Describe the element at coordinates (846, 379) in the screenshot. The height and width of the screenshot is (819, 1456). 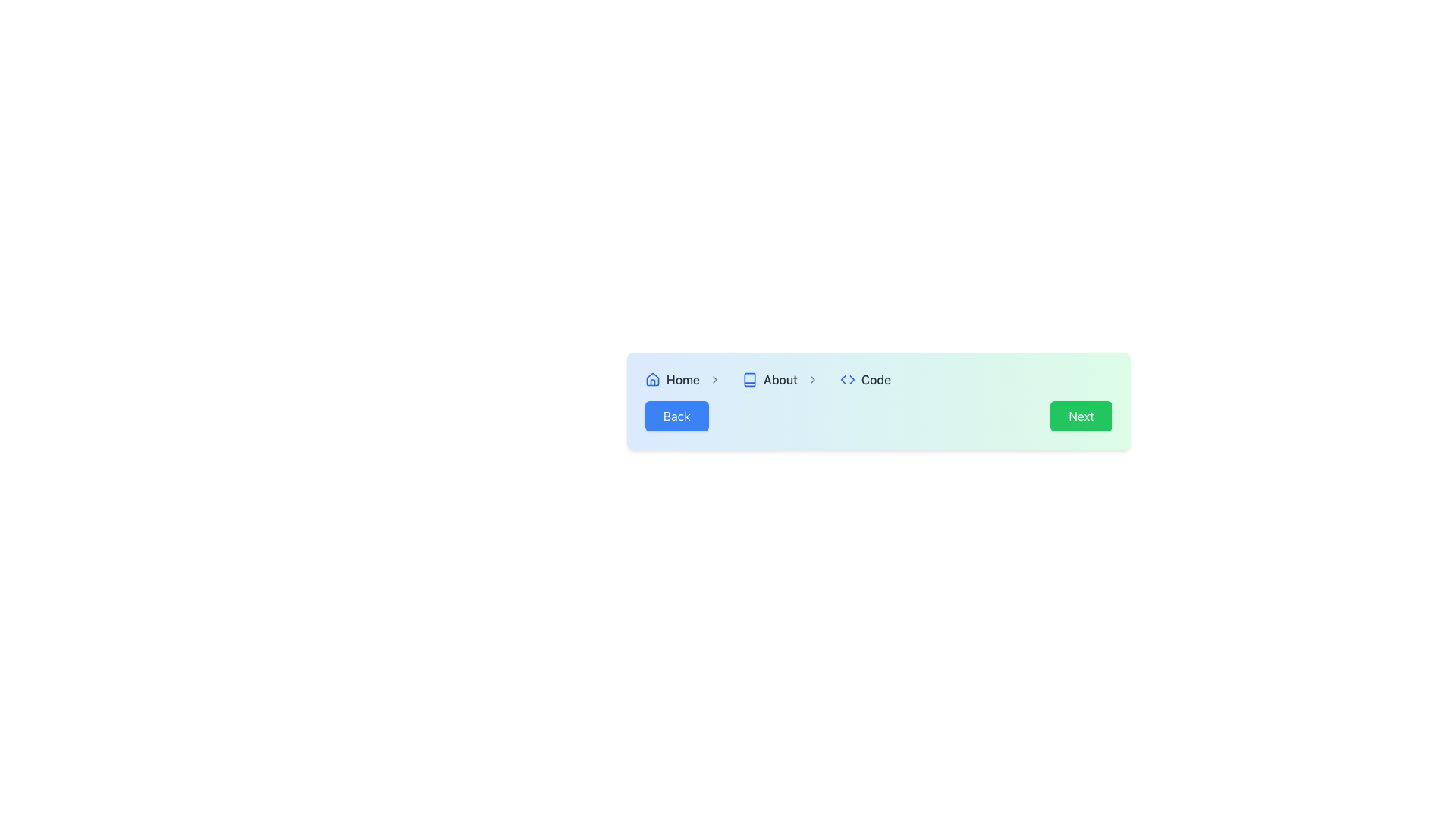
I see `the decorative icon located in the horizontal navigation bar, situated between the 'About' and 'Code' text links` at that location.